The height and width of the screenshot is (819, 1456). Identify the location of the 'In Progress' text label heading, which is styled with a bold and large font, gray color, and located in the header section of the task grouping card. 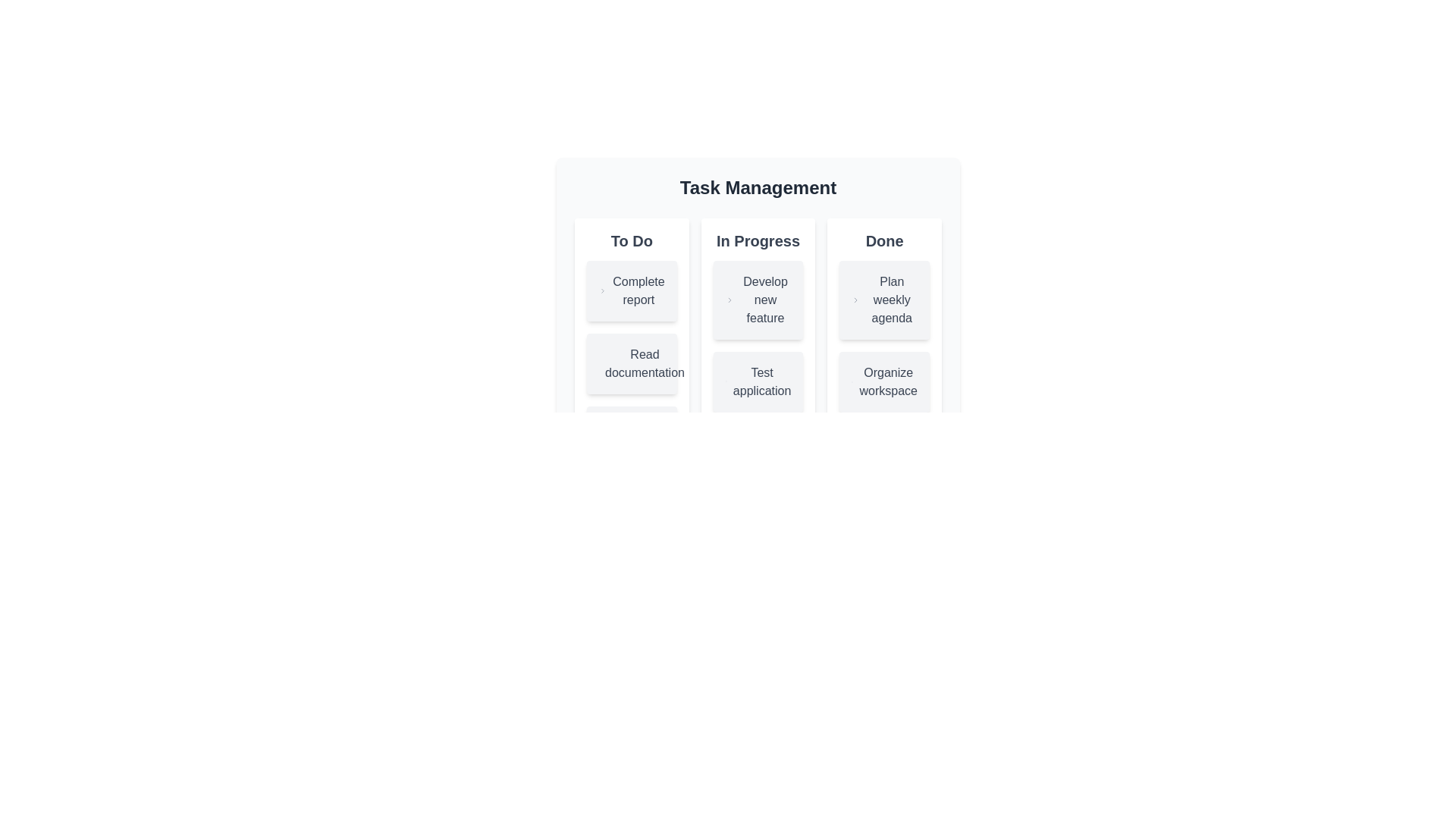
(758, 240).